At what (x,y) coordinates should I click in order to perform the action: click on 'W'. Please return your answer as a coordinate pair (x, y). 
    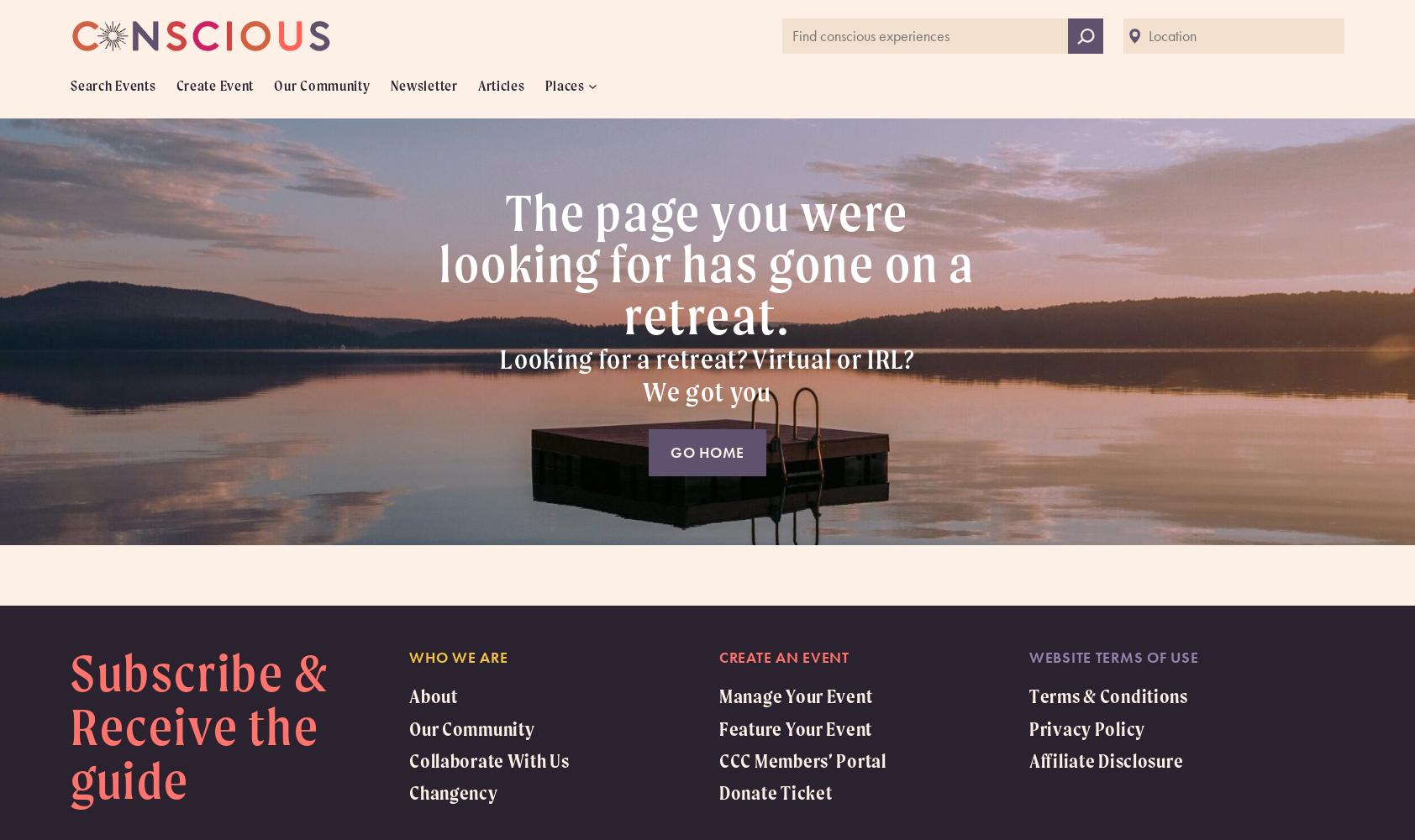
    Looking at the image, I should click on (655, 391).